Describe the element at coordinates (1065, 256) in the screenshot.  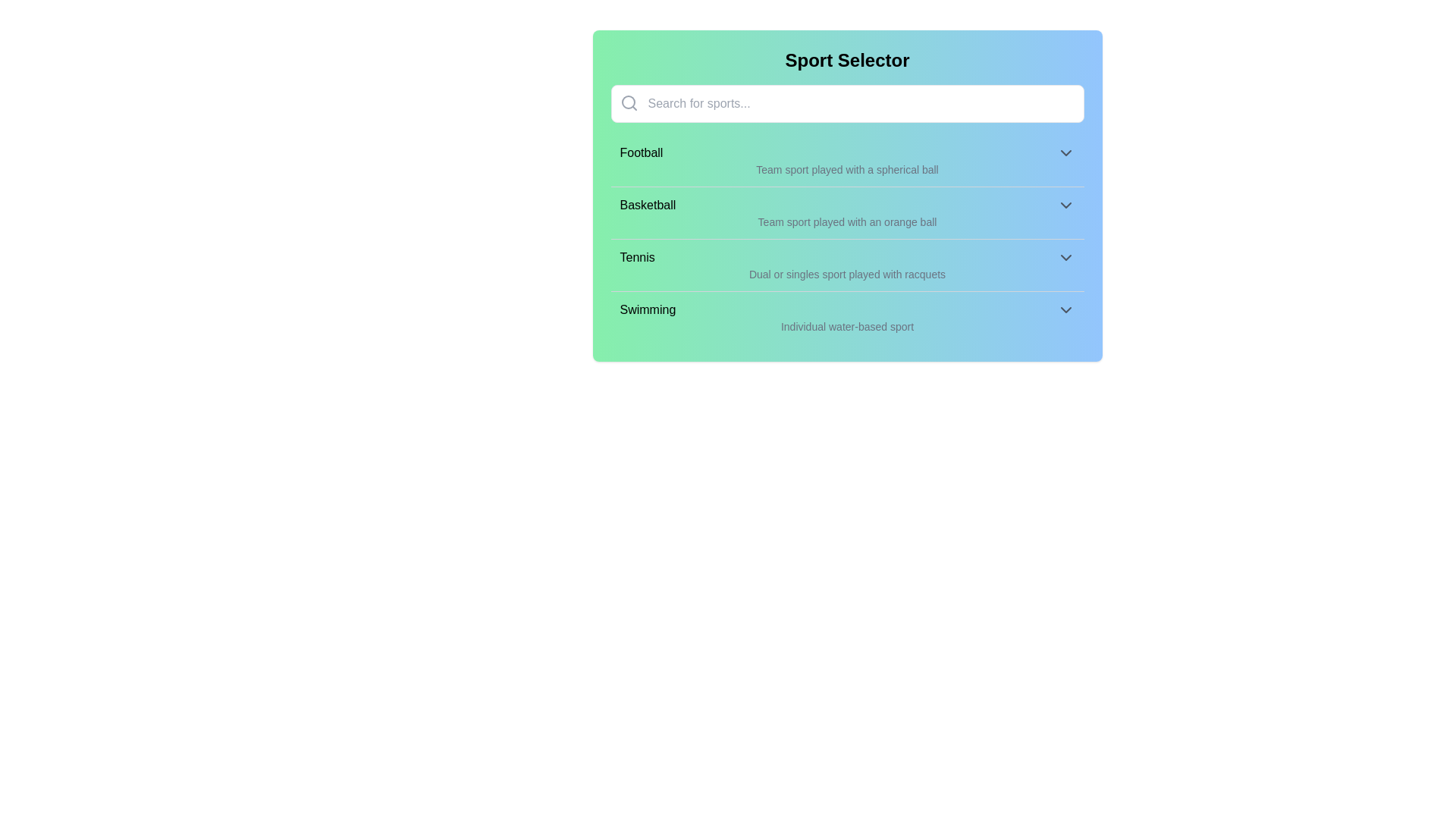
I see `the Dropdown indicator (chevron icon) located at the rightmost position of the 'Tennis' row in the sports list` at that location.